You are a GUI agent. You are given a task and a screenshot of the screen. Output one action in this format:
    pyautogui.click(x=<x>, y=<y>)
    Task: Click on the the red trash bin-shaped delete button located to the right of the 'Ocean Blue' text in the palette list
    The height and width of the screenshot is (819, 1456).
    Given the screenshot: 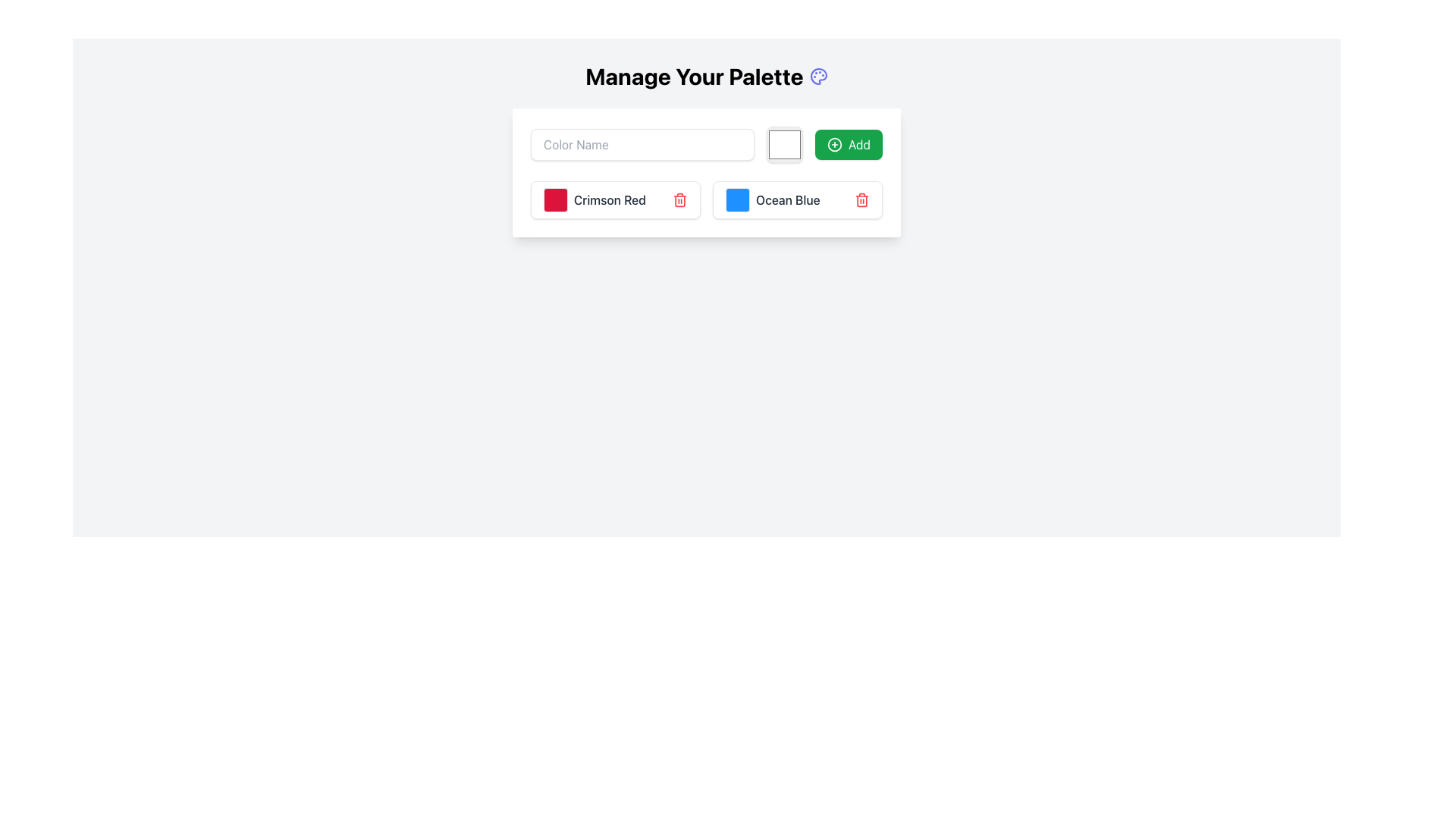 What is the action you would take?
    pyautogui.click(x=862, y=199)
    